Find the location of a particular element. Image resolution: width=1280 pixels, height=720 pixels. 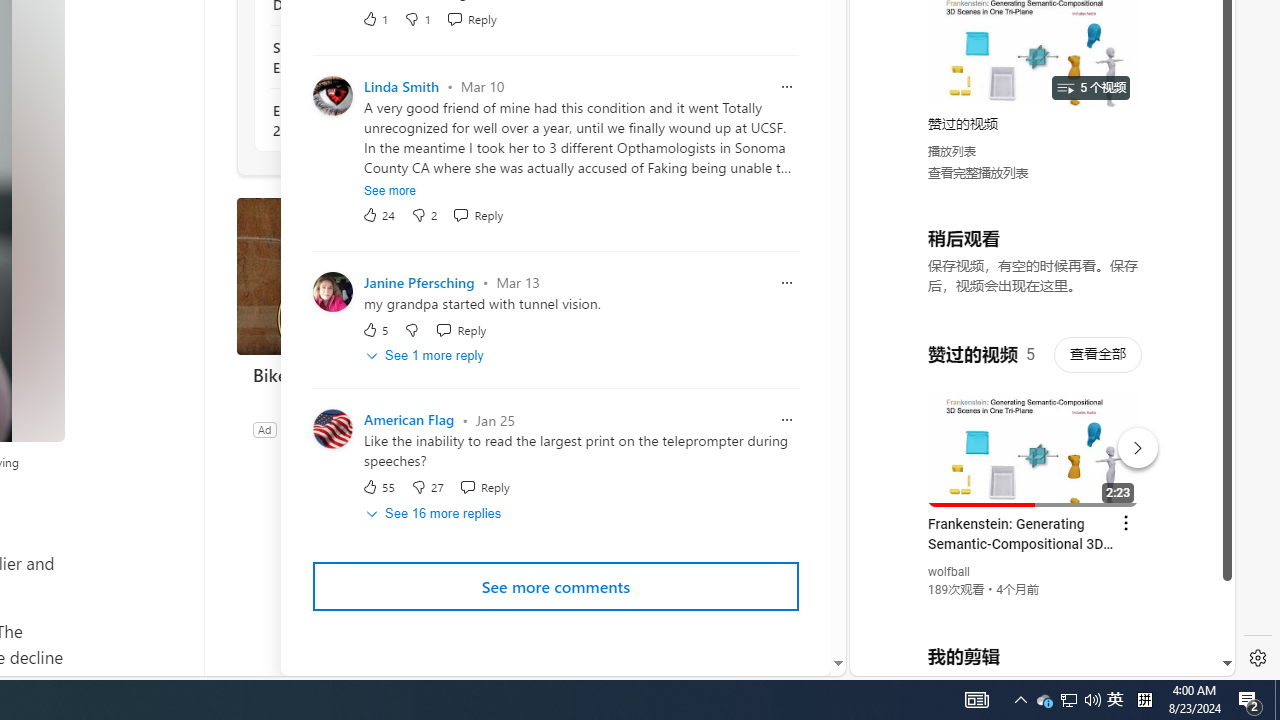

'See 1 more reply' is located at coordinates (425, 355).